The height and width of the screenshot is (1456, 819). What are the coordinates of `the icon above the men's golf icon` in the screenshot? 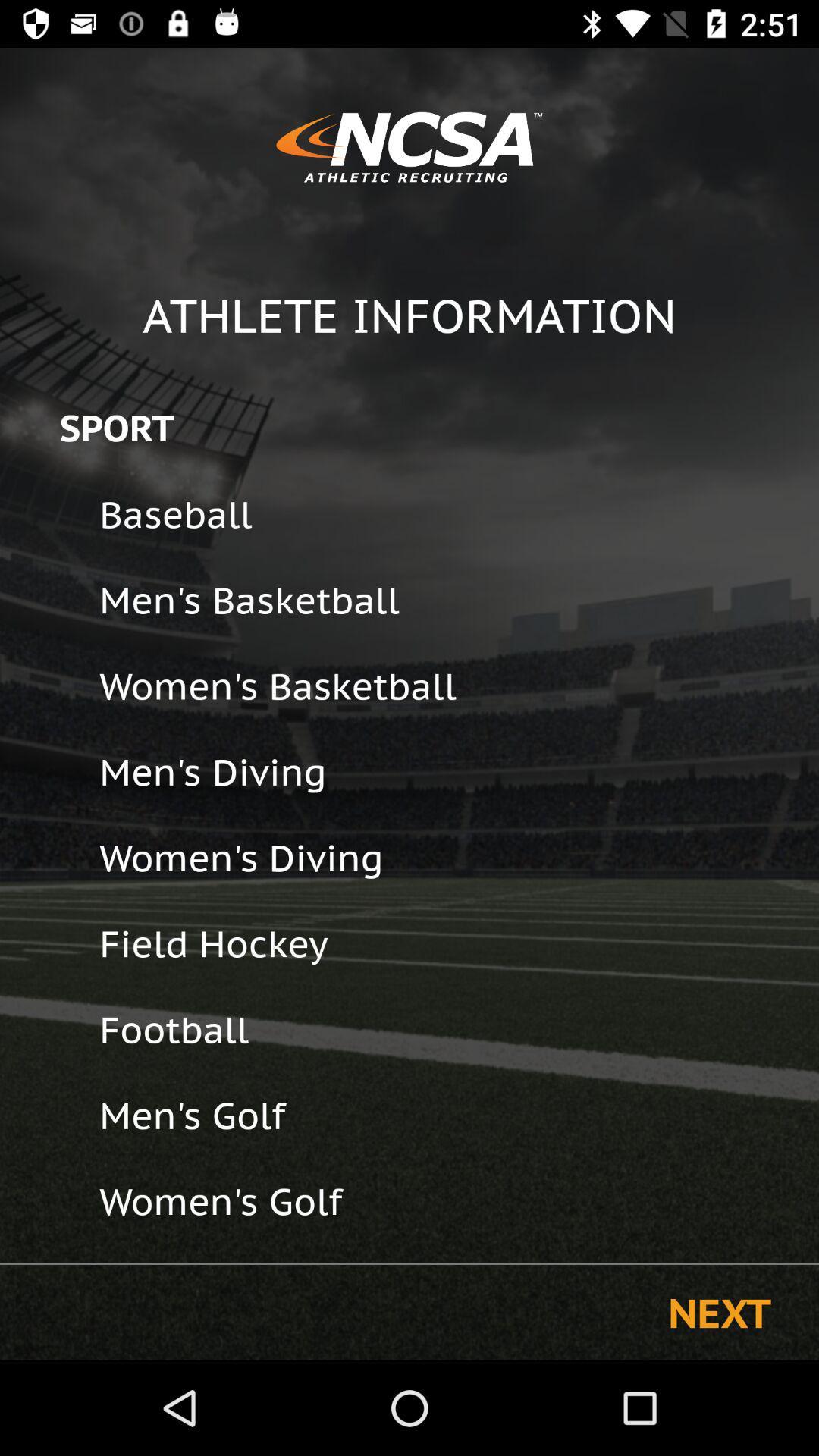 It's located at (448, 1029).